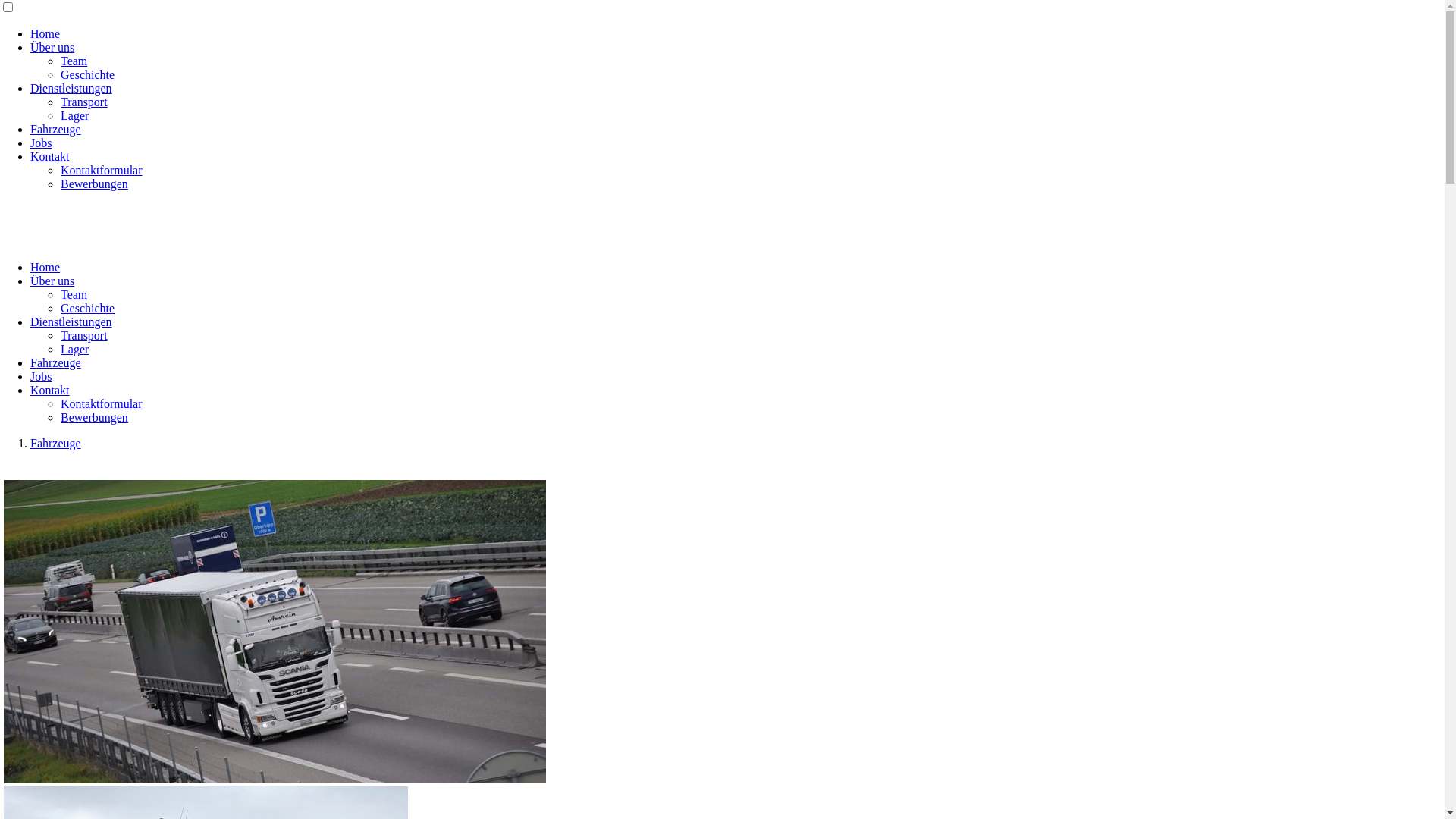 The height and width of the screenshot is (819, 1456). What do you see at coordinates (73, 60) in the screenshot?
I see `'Team'` at bounding box center [73, 60].